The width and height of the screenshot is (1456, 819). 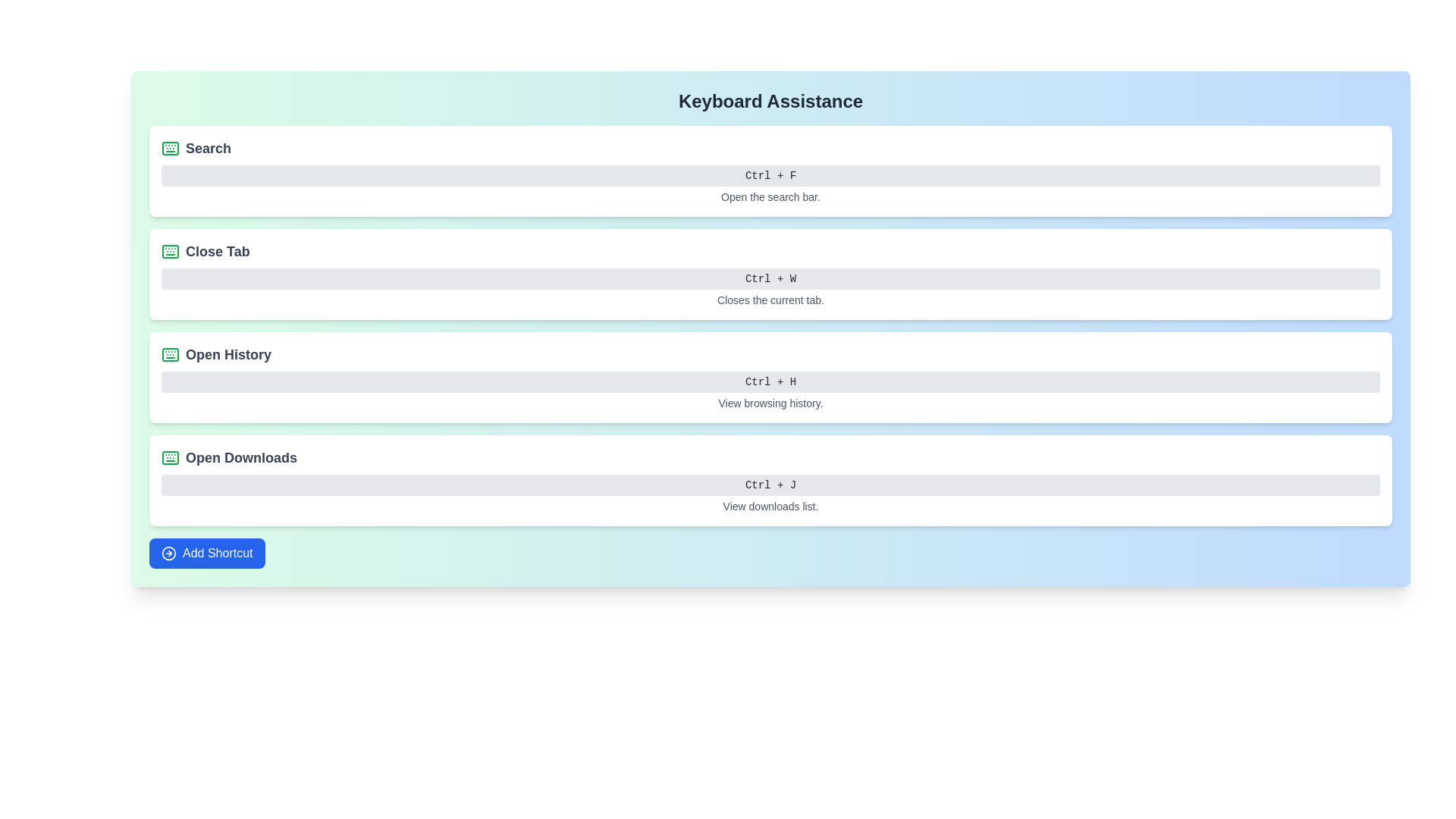 What do you see at coordinates (171, 149) in the screenshot?
I see `the 'Search' icon located to the left of the 'Search' label in the topmost row of options` at bounding box center [171, 149].